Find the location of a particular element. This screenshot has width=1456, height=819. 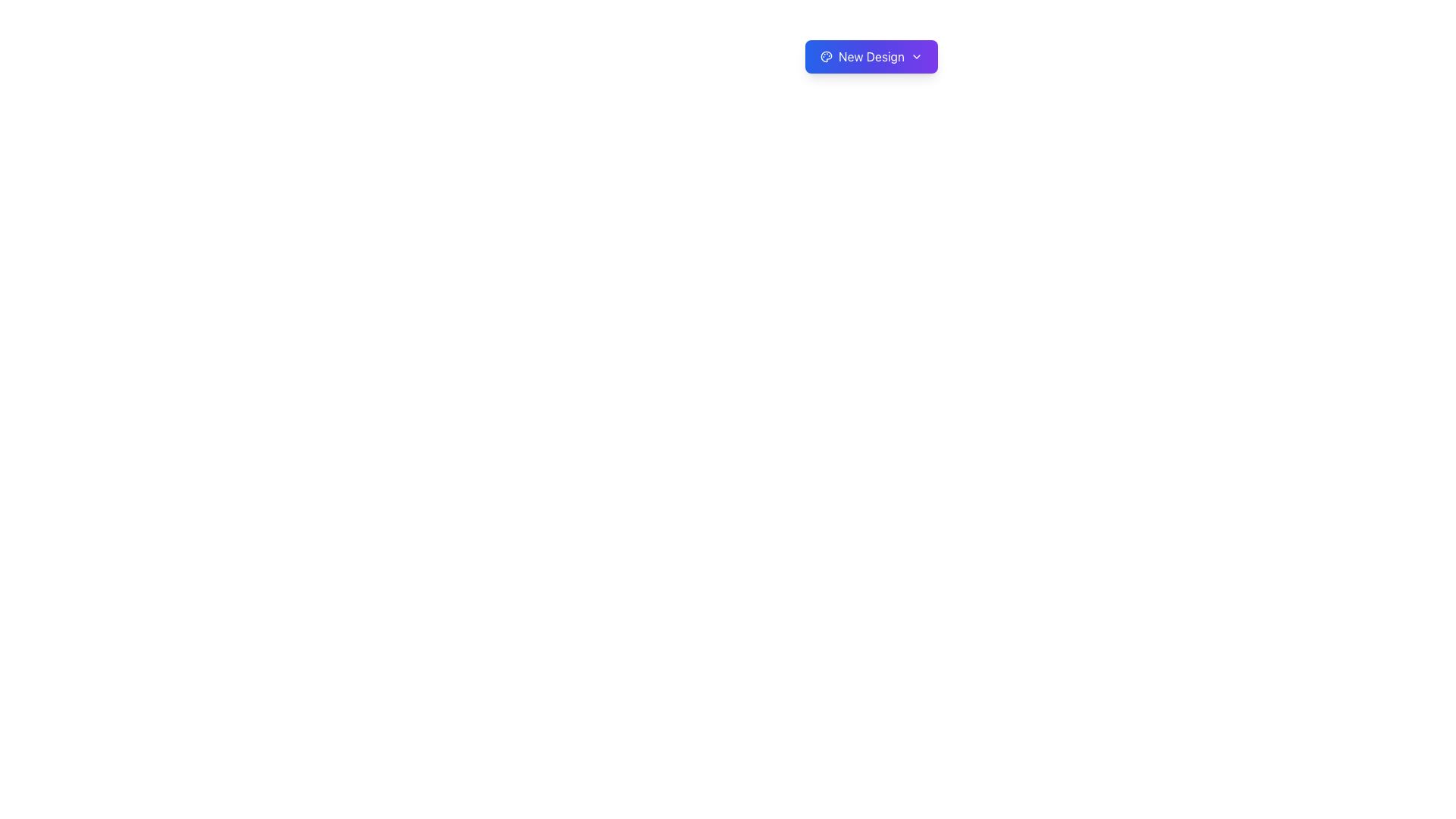

the small downward-pointing chevron icon located at the top-right corner of the 'New Design' button, which has a gradient hover effect is located at coordinates (916, 55).